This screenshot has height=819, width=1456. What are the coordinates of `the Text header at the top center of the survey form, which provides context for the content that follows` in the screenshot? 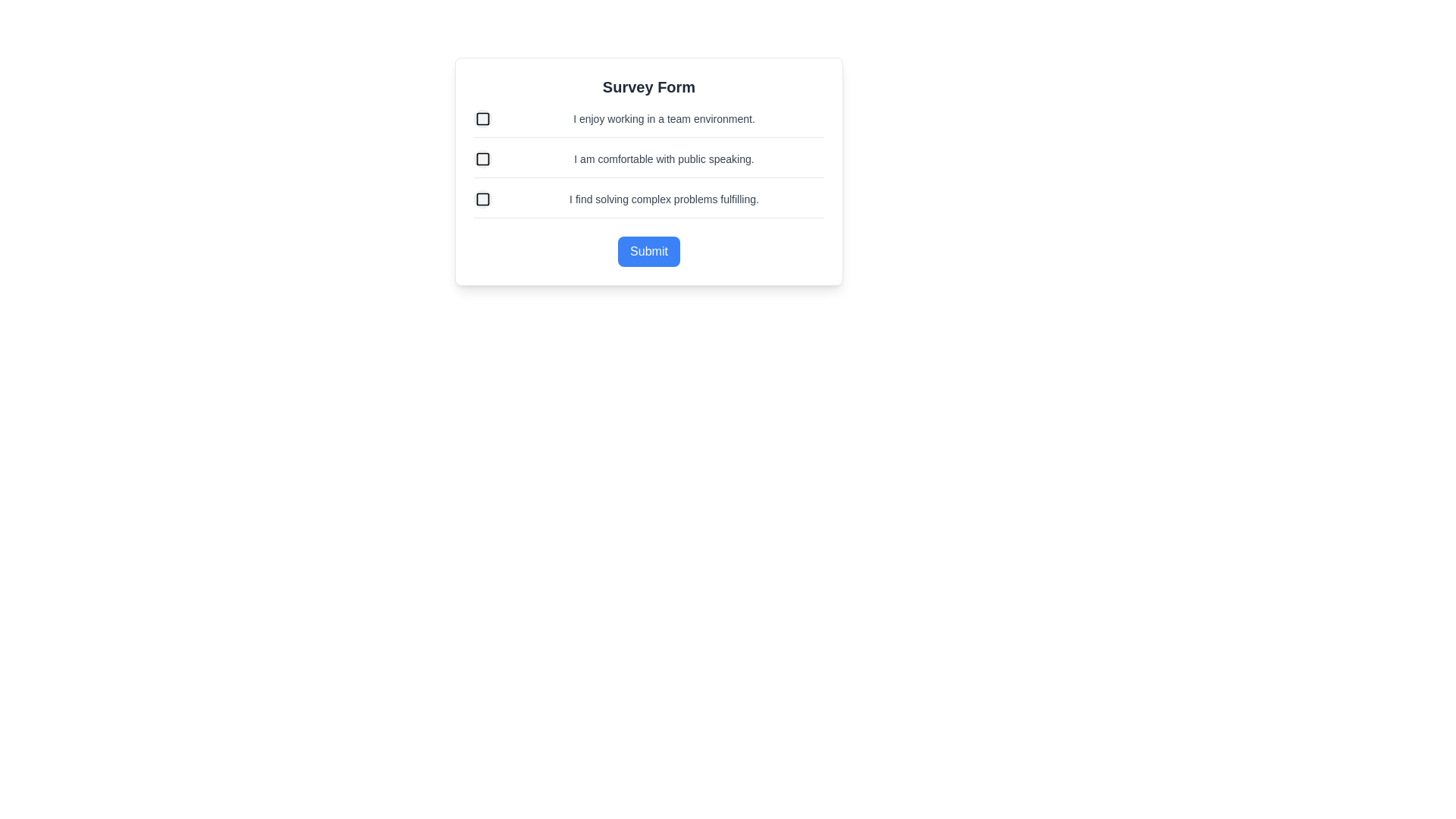 It's located at (648, 87).